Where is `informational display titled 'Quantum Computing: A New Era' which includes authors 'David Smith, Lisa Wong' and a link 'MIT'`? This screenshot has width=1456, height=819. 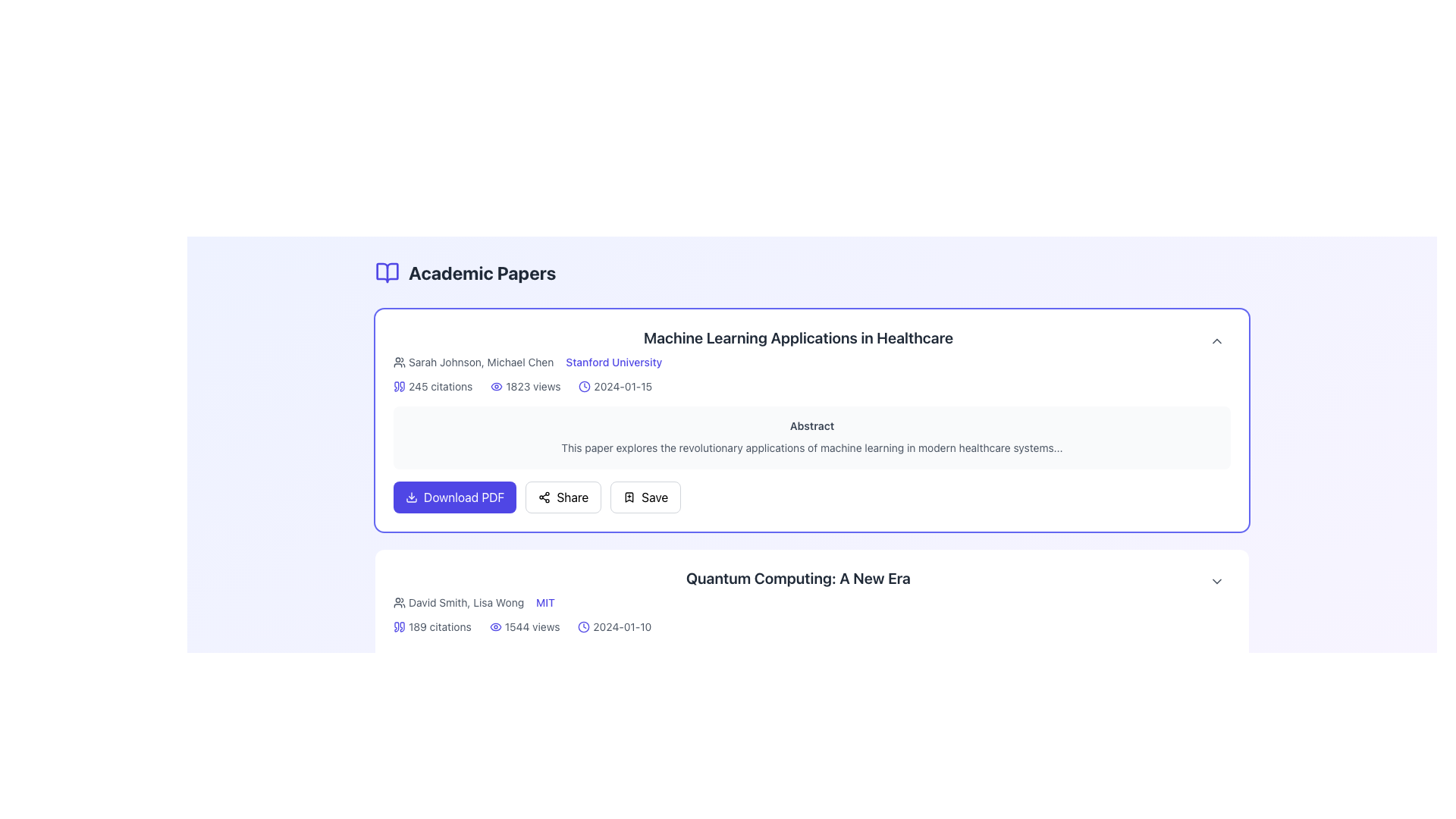
informational display titled 'Quantum Computing: A New Era' which includes authors 'David Smith, Lisa Wong' and a link 'MIT' is located at coordinates (797, 592).